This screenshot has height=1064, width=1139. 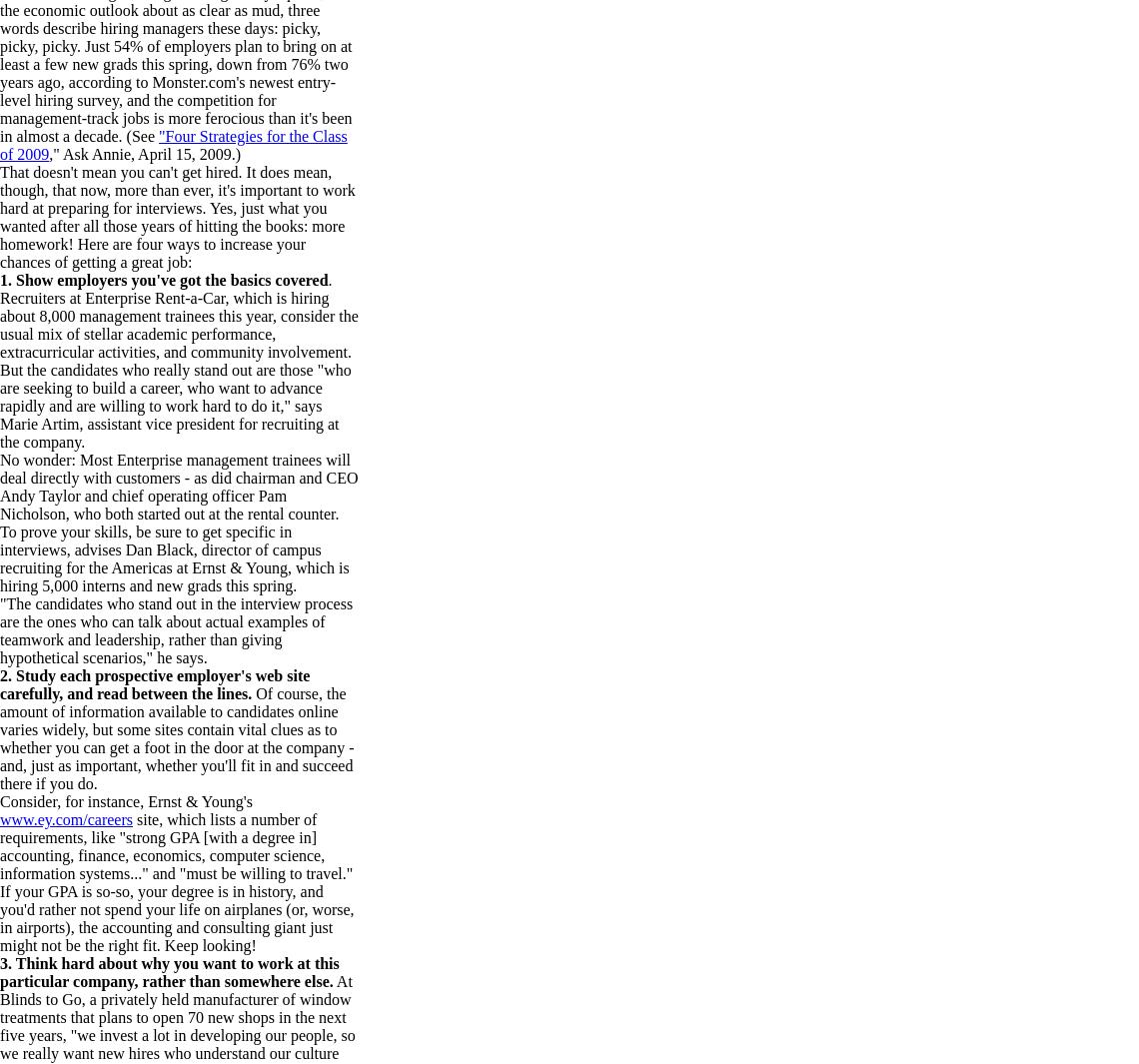 I want to click on 'To prove your skills, be sure to get specific in interviews, advises Dan Black, director of campus recruiting for the Americas at Ernst & Young, which is hiring 5,000 interns and new grads this spring.', so click(x=174, y=558).